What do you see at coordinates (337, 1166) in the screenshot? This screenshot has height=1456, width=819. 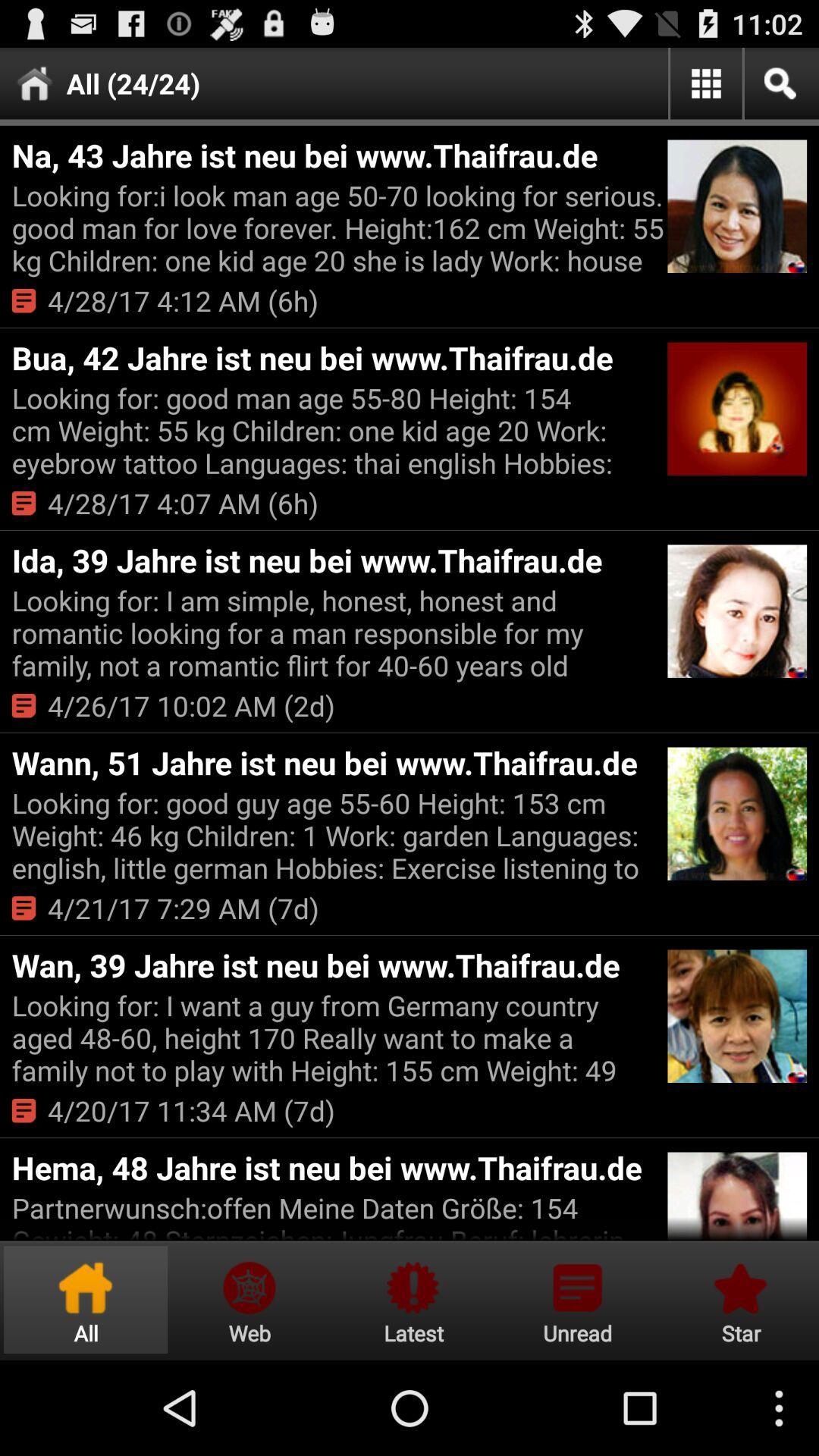 I see `the hema 48 jahre item` at bounding box center [337, 1166].